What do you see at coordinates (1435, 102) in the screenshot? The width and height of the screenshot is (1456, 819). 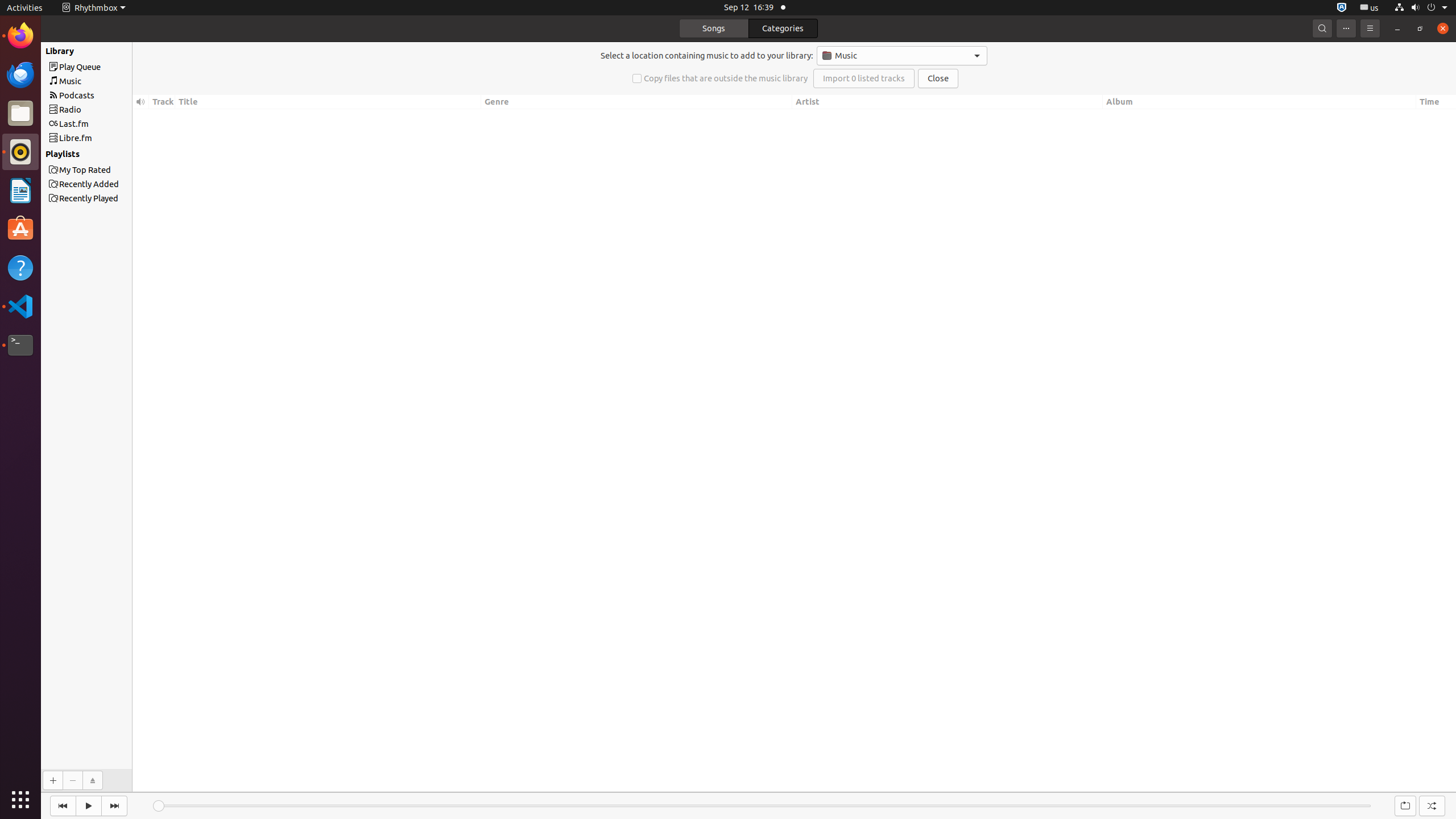 I see `'Time'` at bounding box center [1435, 102].